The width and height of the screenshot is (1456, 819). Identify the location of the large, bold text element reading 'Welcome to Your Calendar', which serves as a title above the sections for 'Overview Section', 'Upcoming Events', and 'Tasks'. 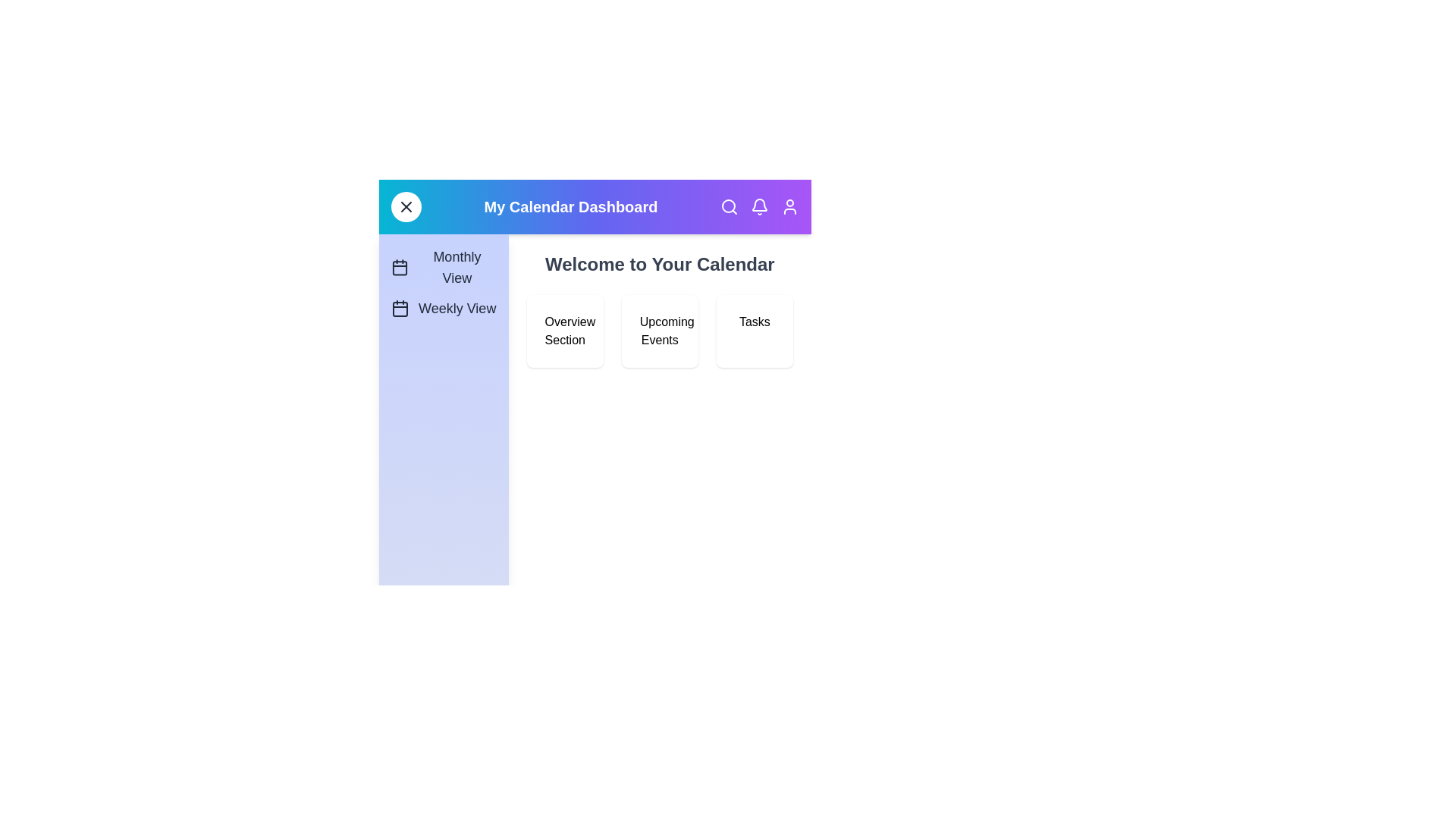
(660, 263).